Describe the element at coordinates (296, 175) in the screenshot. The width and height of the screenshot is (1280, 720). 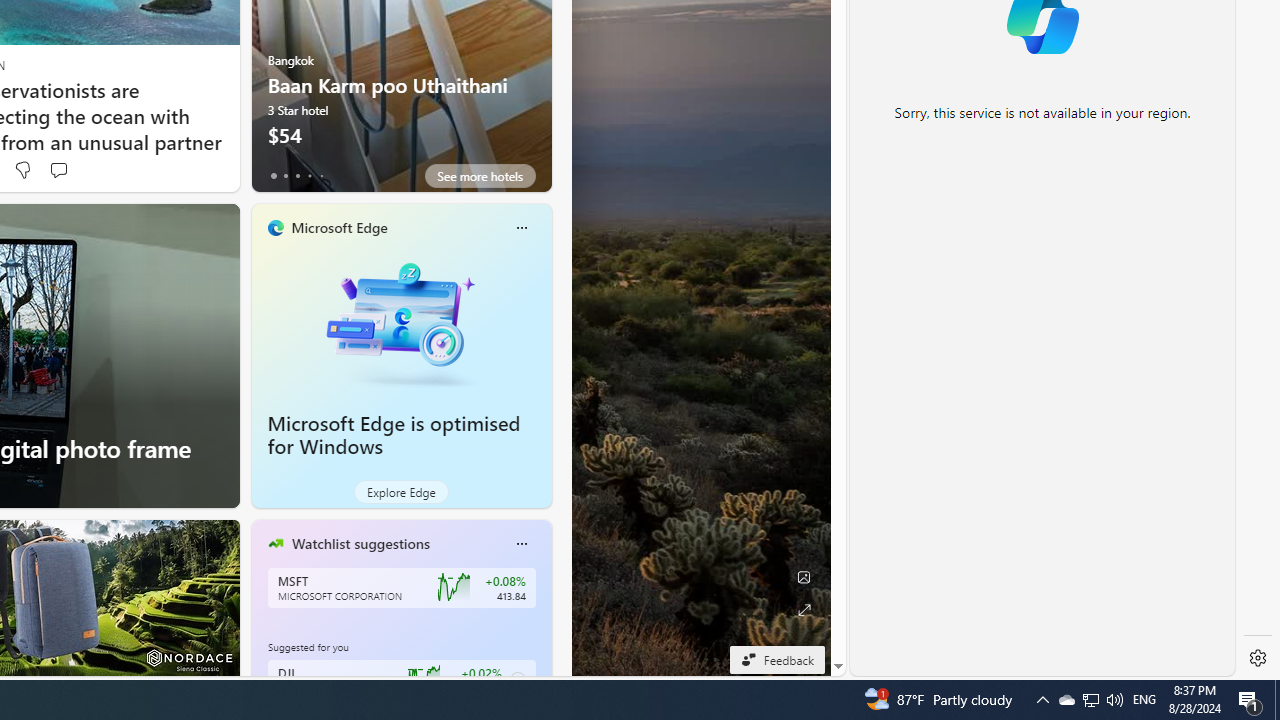
I see `'tab-2'` at that location.